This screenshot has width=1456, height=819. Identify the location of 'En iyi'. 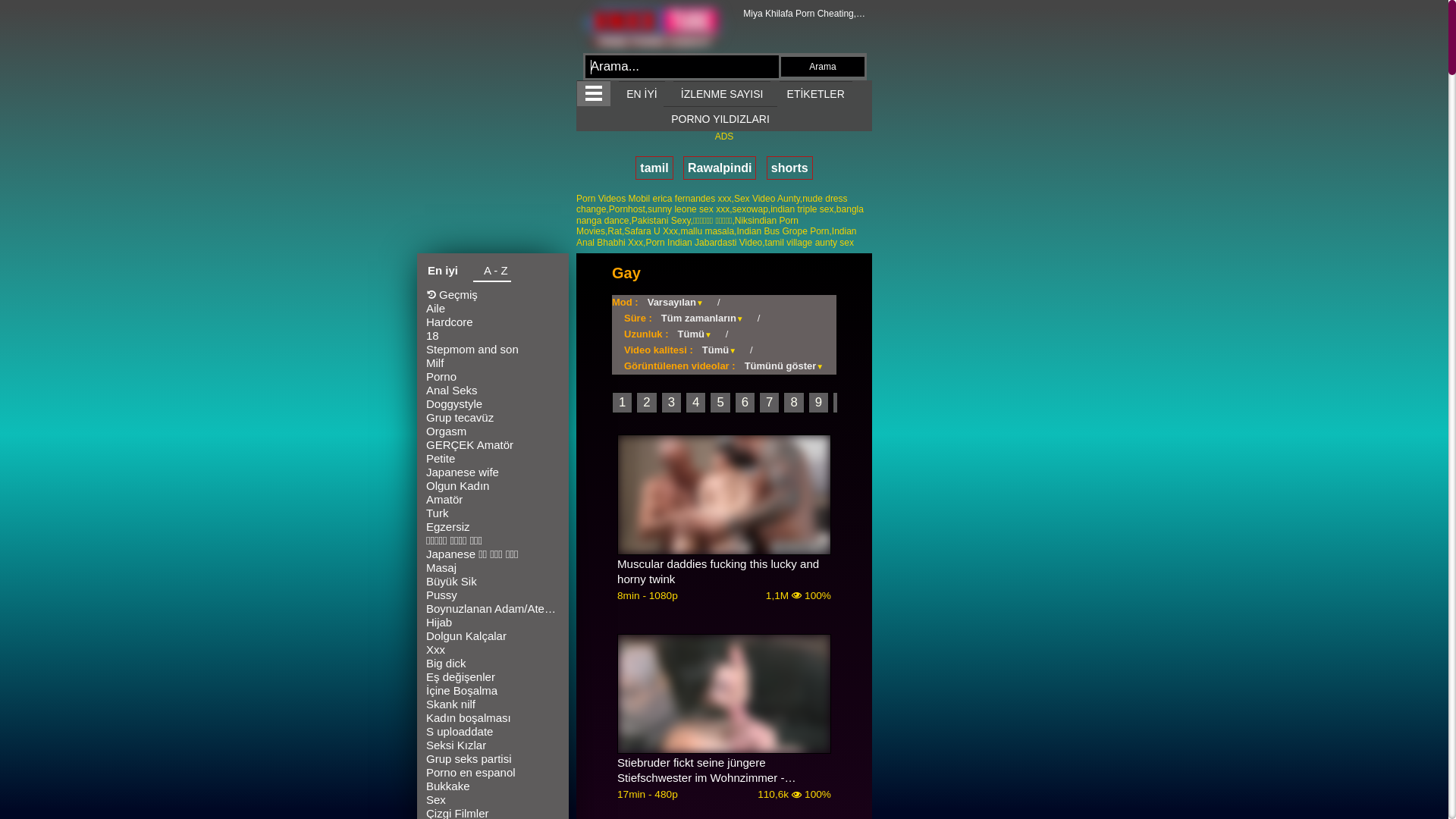
(442, 271).